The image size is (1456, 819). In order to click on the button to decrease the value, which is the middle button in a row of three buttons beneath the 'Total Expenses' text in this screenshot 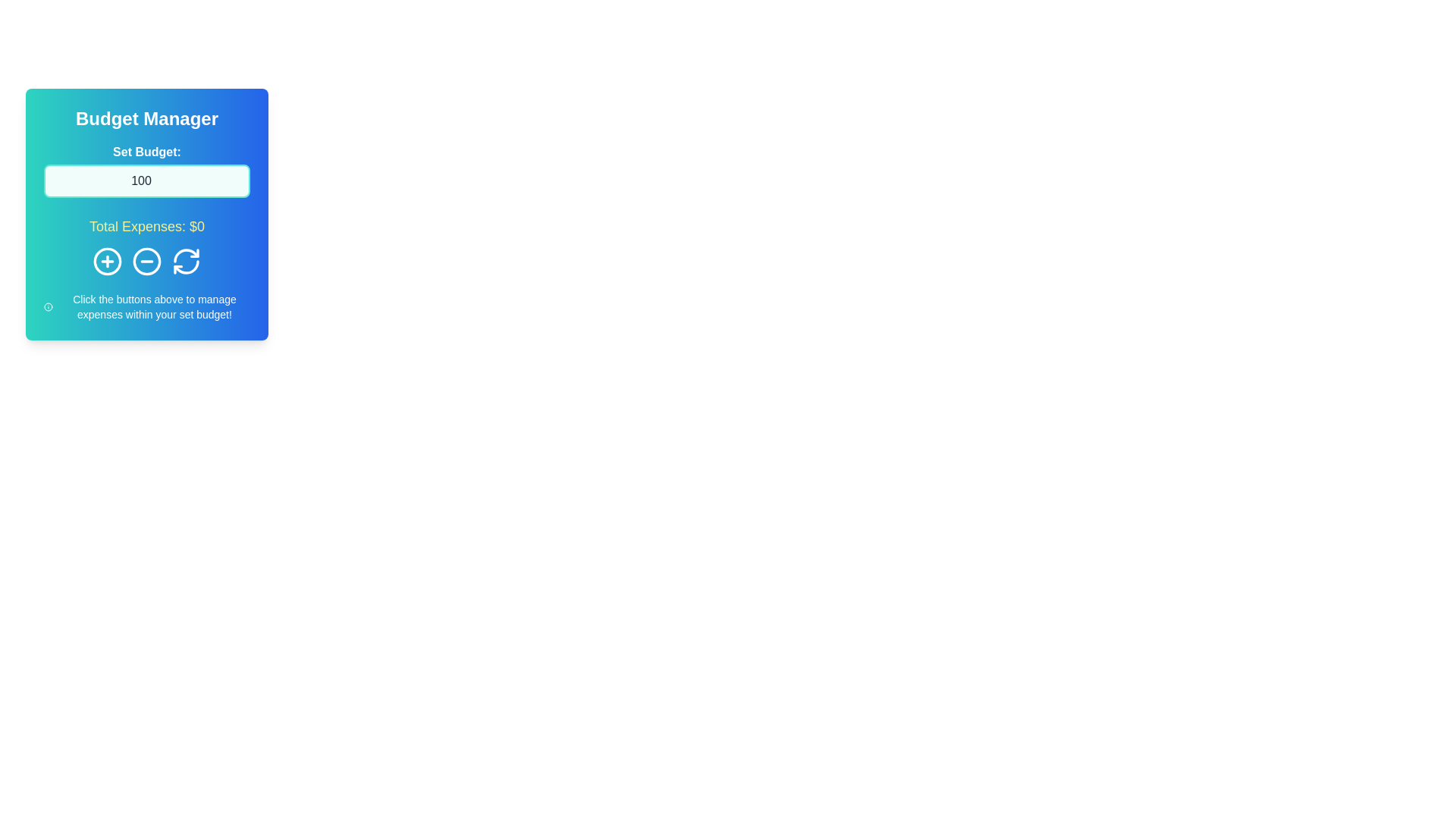, I will do `click(146, 260)`.